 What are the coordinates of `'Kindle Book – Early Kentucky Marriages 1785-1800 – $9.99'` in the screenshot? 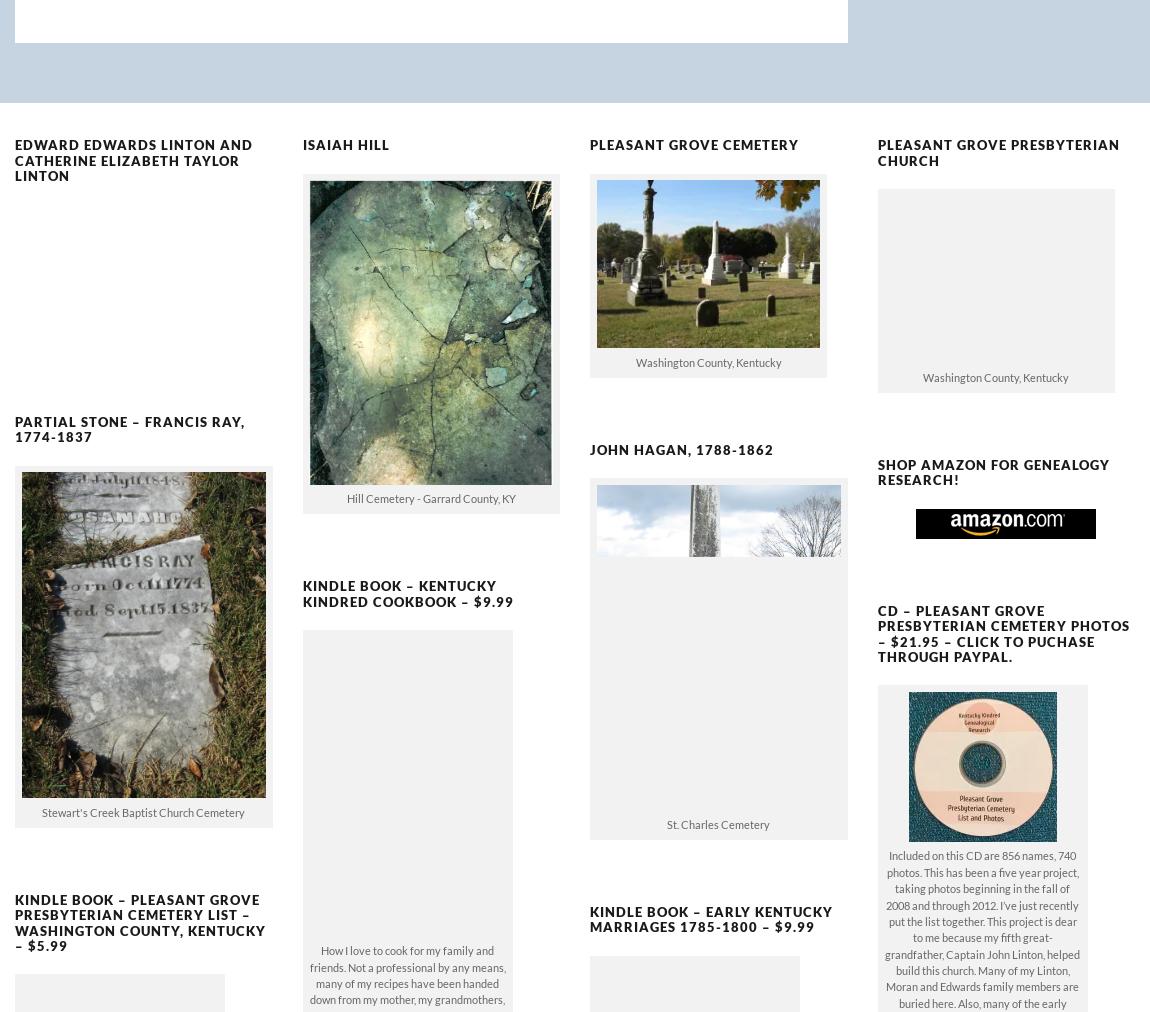 It's located at (710, 886).